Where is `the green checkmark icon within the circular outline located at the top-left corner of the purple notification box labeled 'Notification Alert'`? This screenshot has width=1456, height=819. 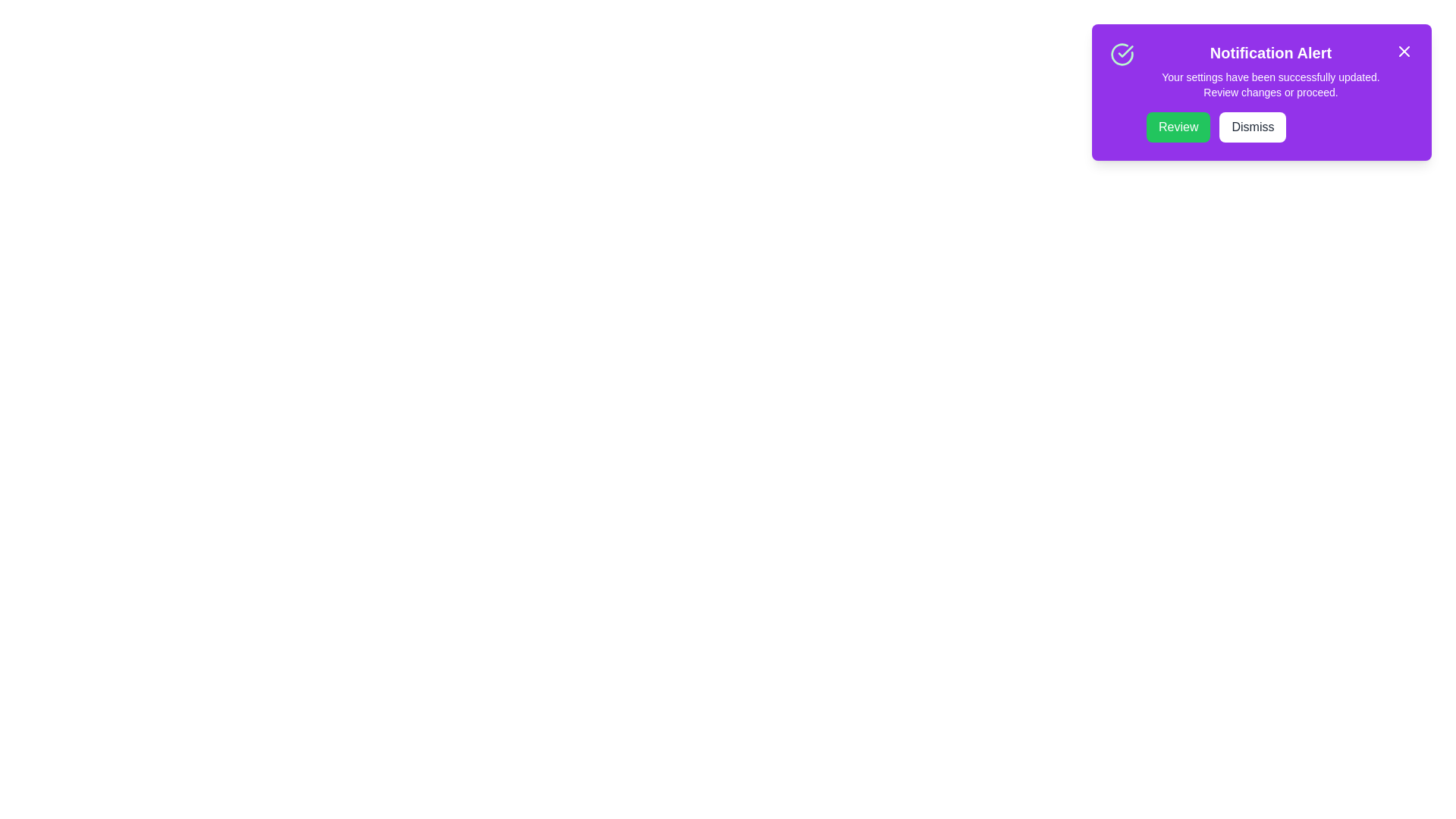 the green checkmark icon within the circular outline located at the top-left corner of the purple notification box labeled 'Notification Alert' is located at coordinates (1122, 54).